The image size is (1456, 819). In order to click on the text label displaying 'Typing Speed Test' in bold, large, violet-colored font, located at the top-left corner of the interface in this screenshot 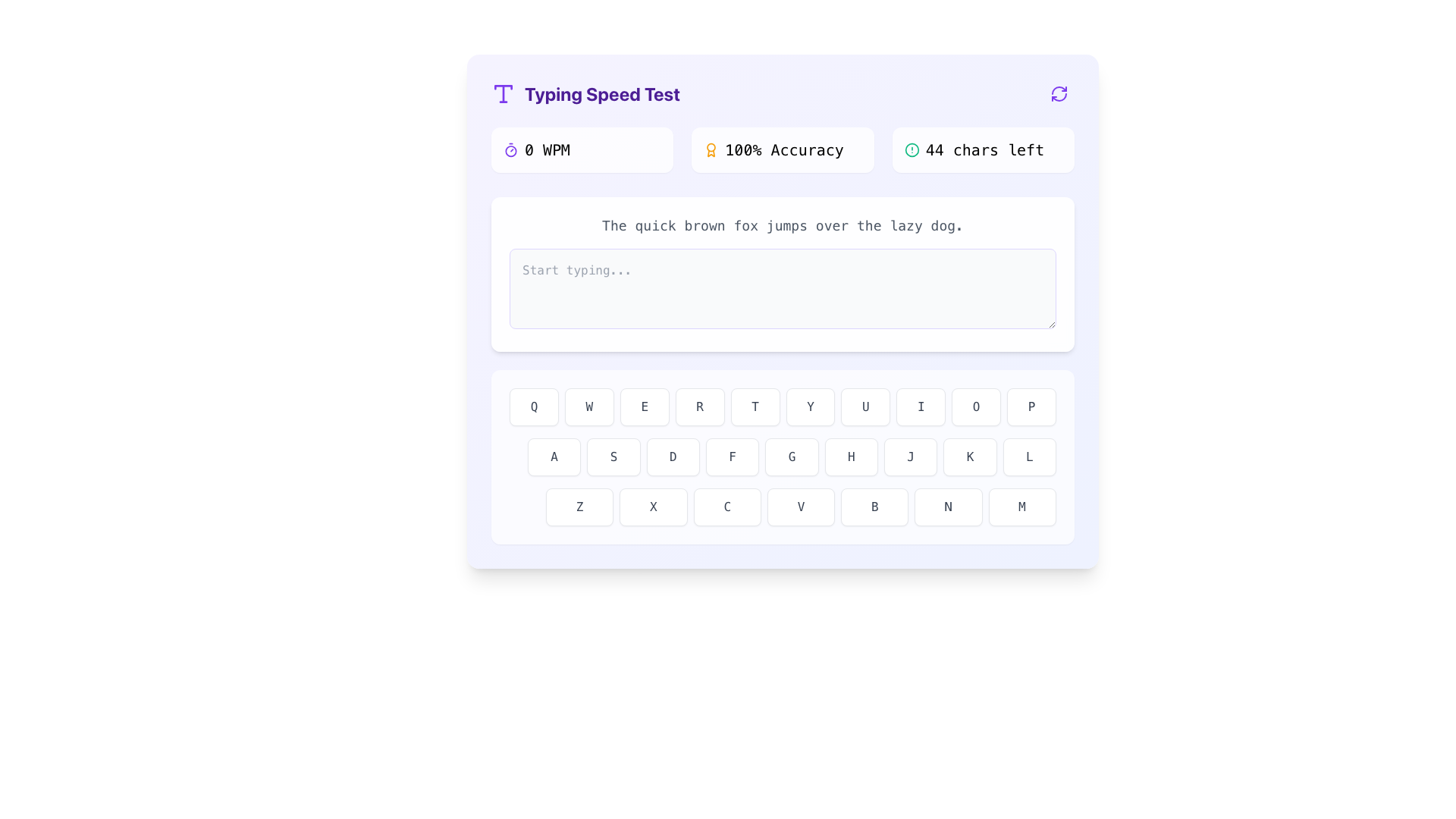, I will do `click(601, 93)`.